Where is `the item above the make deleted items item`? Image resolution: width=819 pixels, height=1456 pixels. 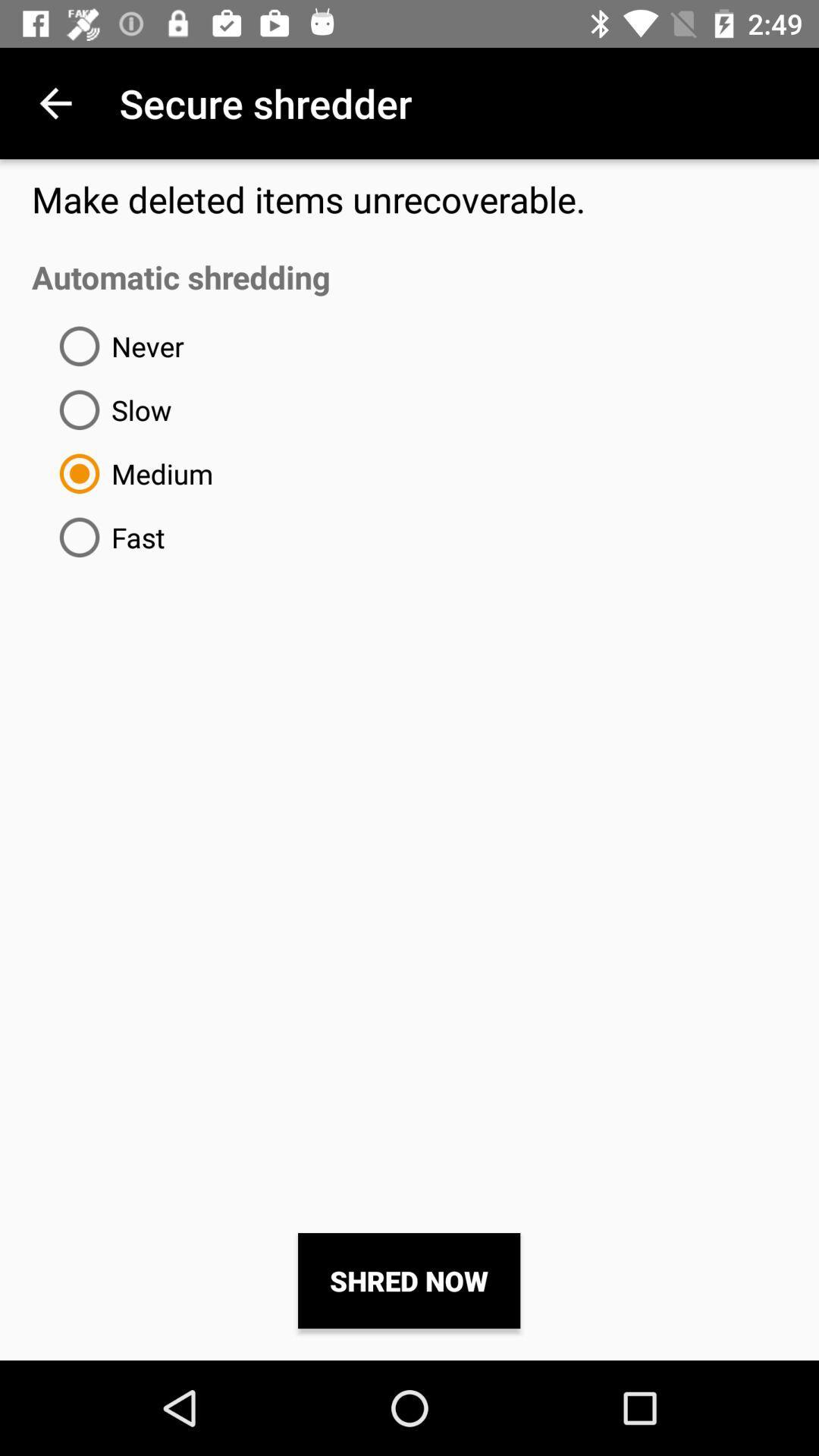
the item above the make deleted items item is located at coordinates (55, 102).